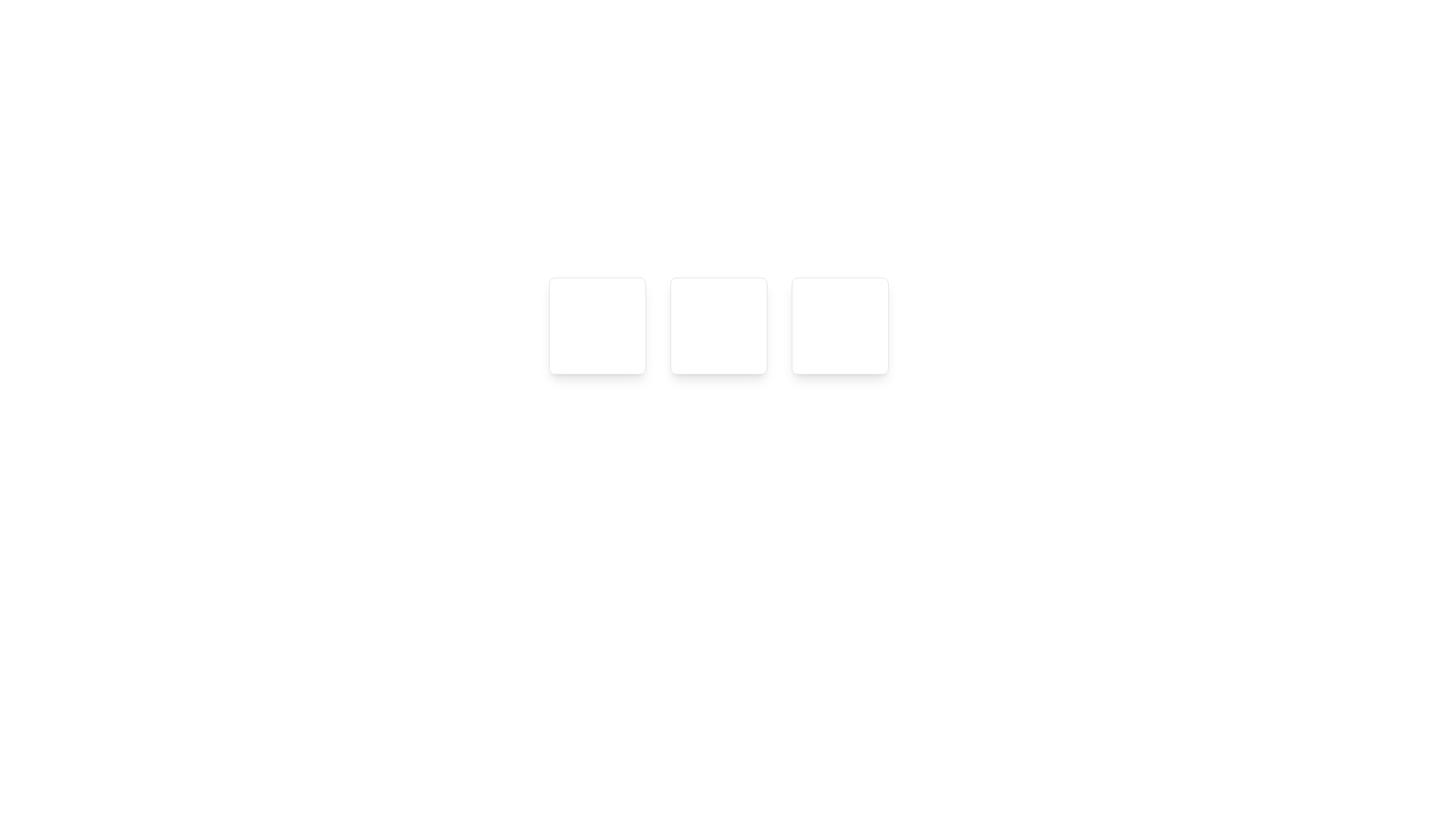 This screenshot has width=1456, height=819. I want to click on the middle square tile in a horizontal row of three similar tiles, which features a light background, rounded corners, and a slight shadow effect, so click(717, 325).